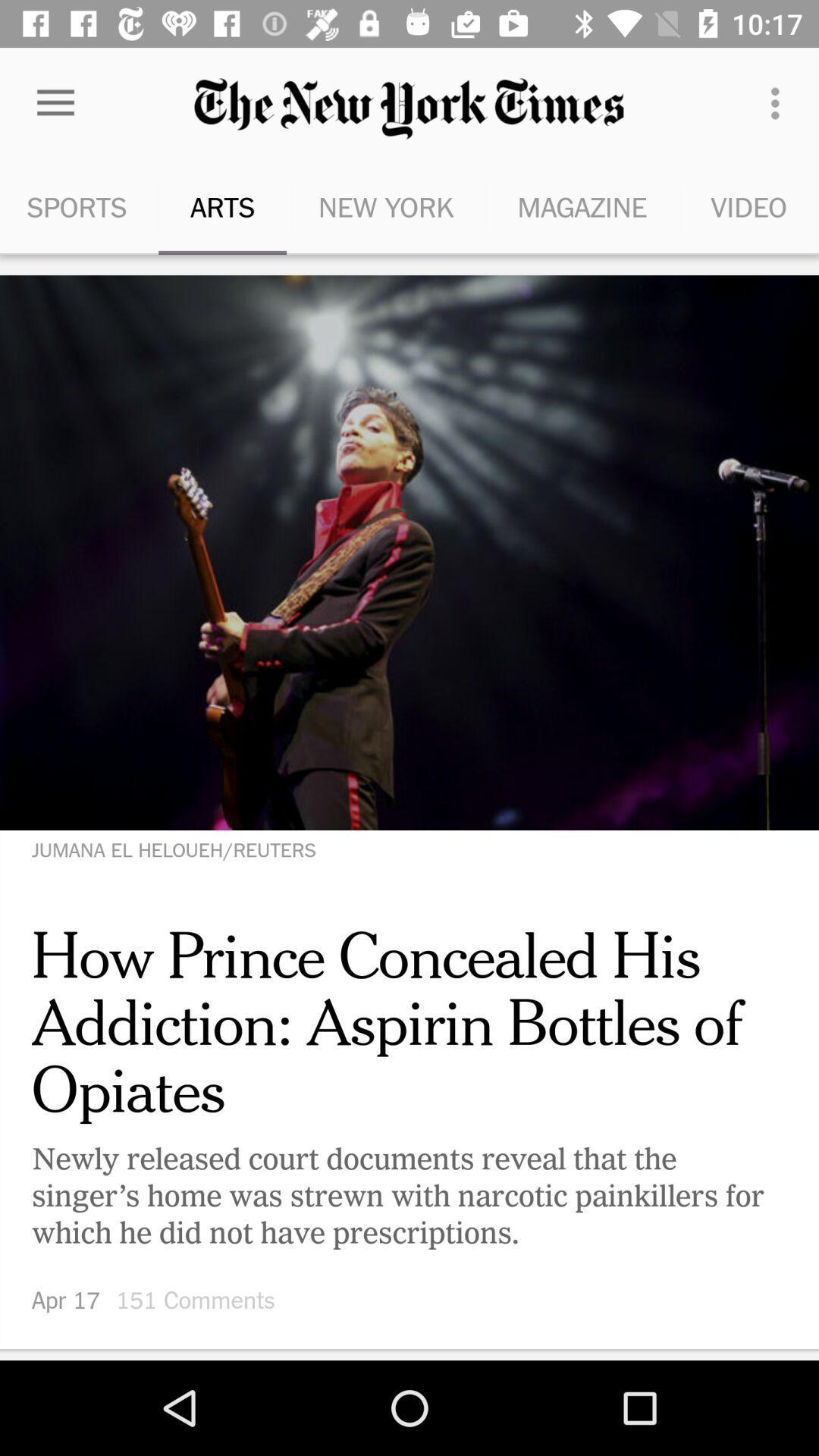  What do you see at coordinates (581, 206) in the screenshot?
I see `the item next to video` at bounding box center [581, 206].